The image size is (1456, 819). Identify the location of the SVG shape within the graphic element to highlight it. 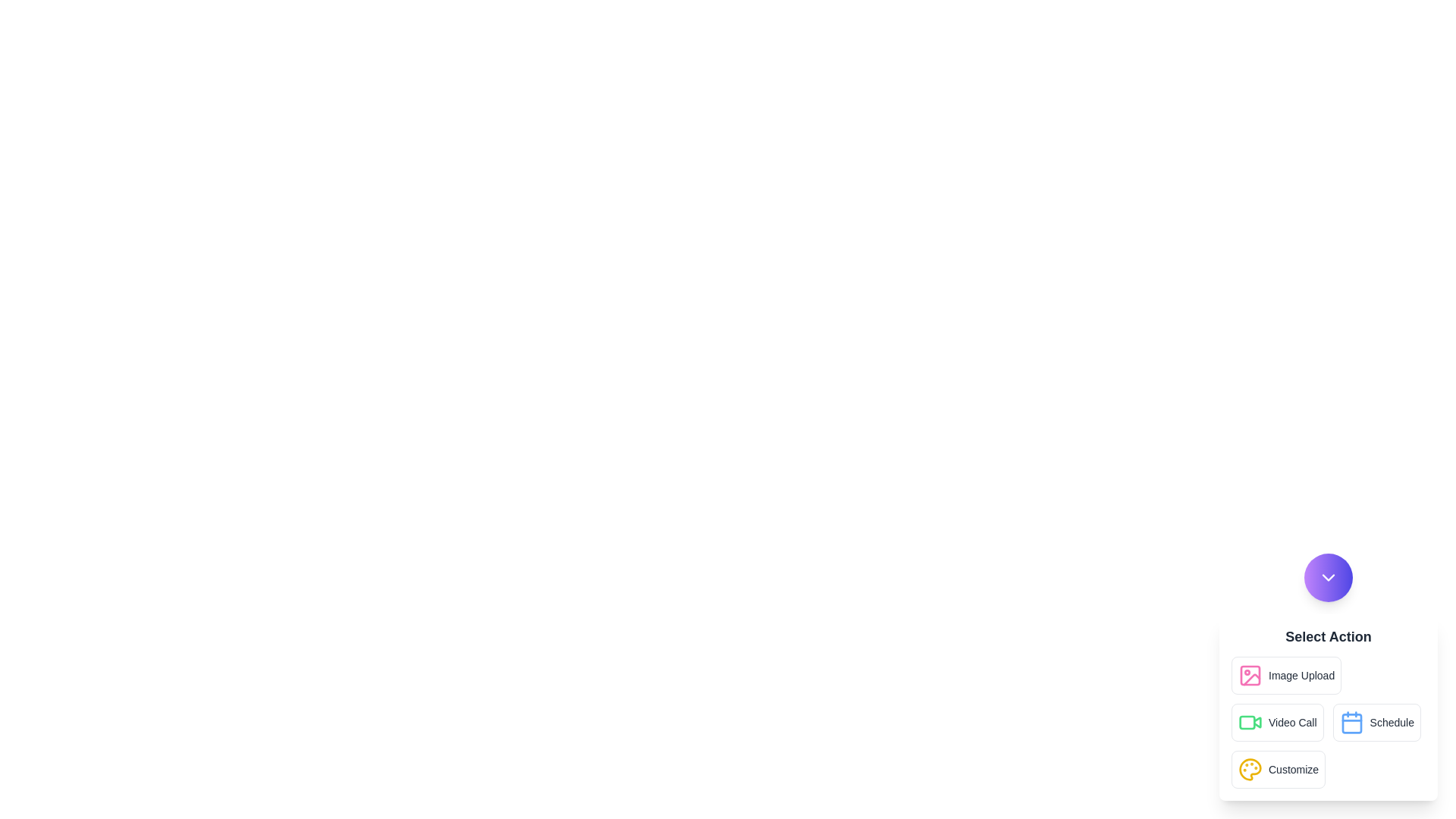
(1250, 675).